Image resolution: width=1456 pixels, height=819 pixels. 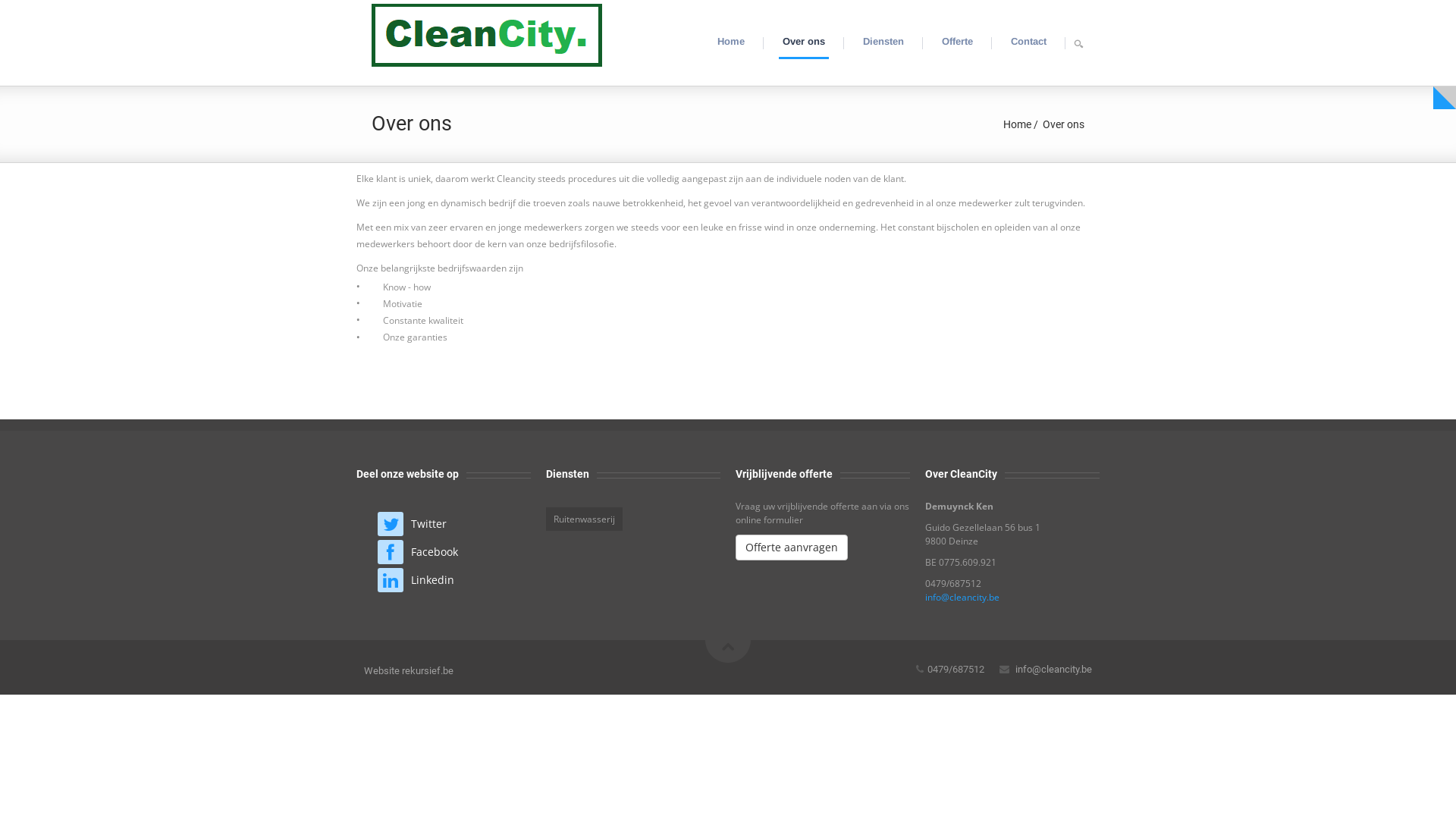 I want to click on 'Twitter', so click(x=428, y=522).